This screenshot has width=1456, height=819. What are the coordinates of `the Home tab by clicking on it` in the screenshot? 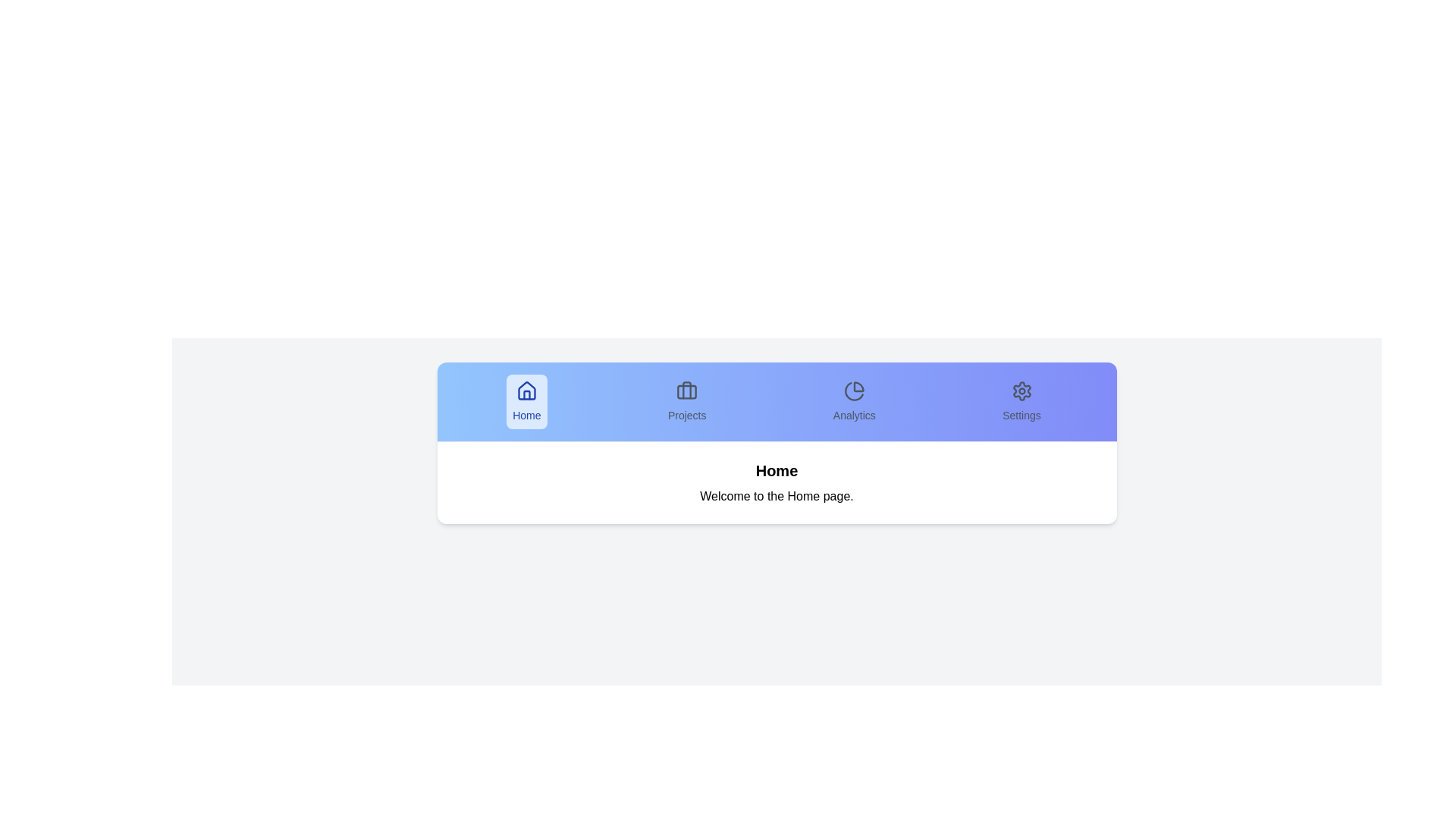 It's located at (526, 400).